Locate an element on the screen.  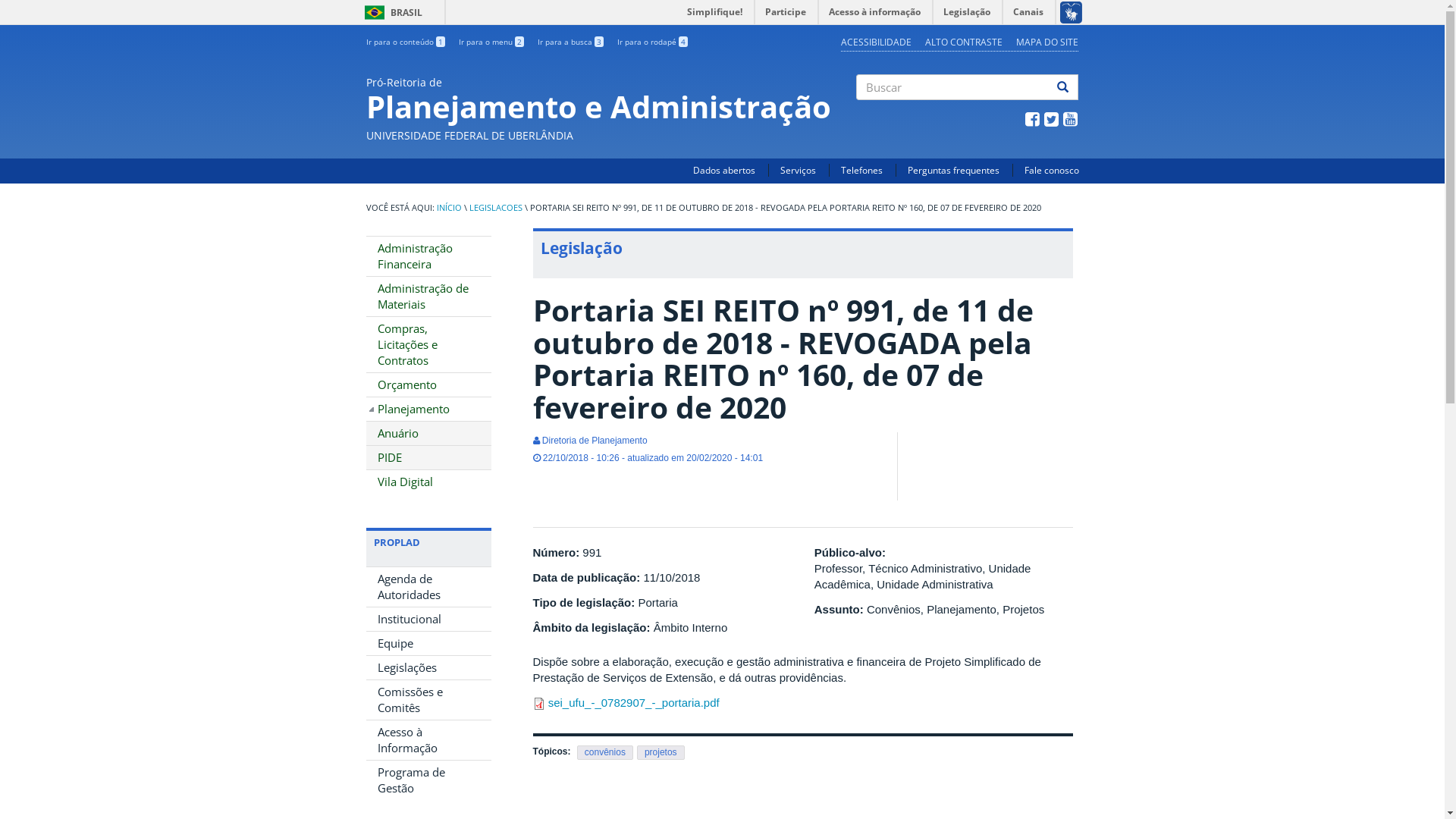
'Fale conosco' is located at coordinates (1050, 170).